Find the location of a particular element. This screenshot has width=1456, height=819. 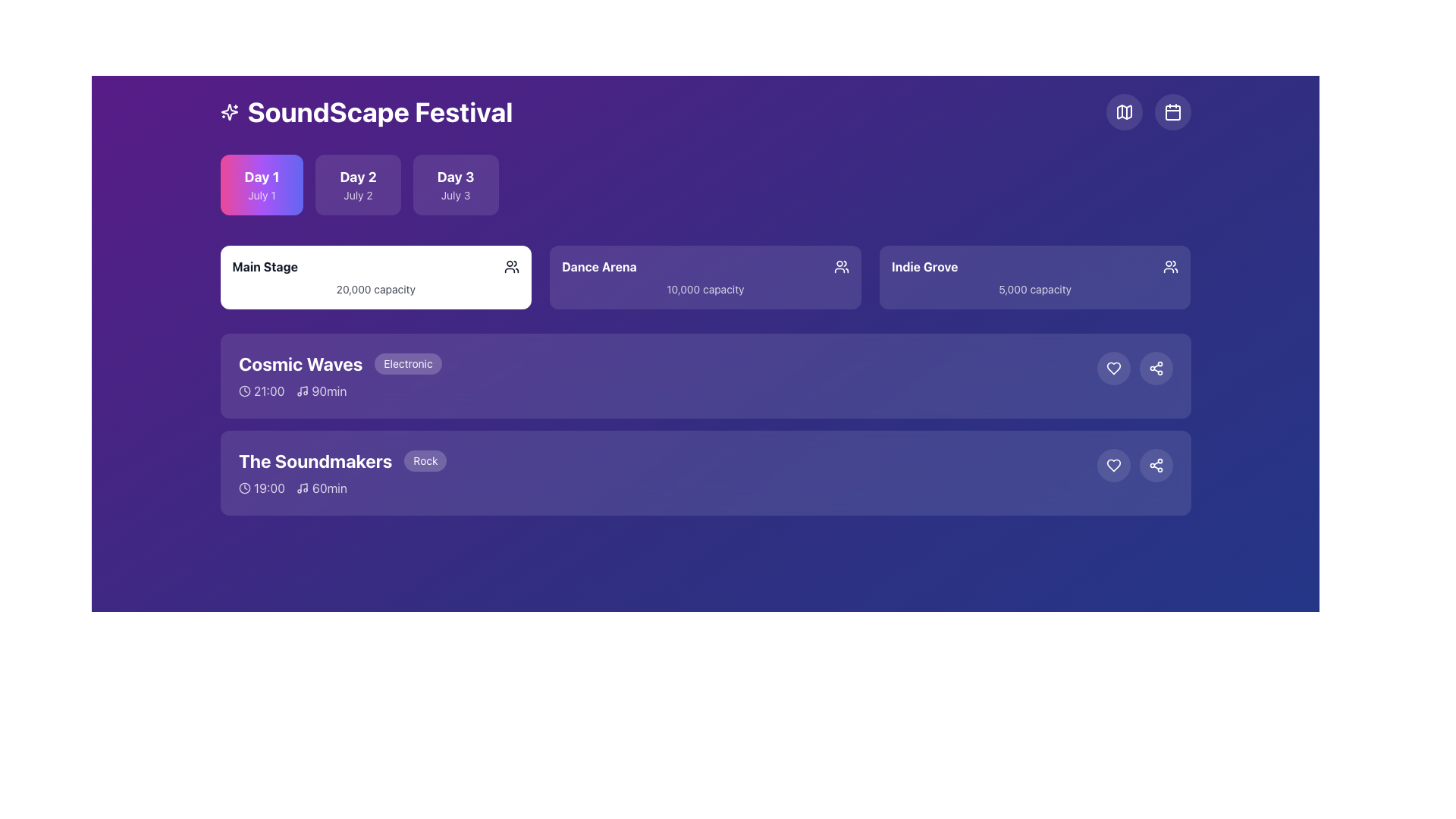

the small icon representing group or users' appearance, which is styled as an outline with a transparent fill and white stroke, located at the far right inside the 'Indie Grove' section next to the '5,000 capacity' text is located at coordinates (1170, 265).